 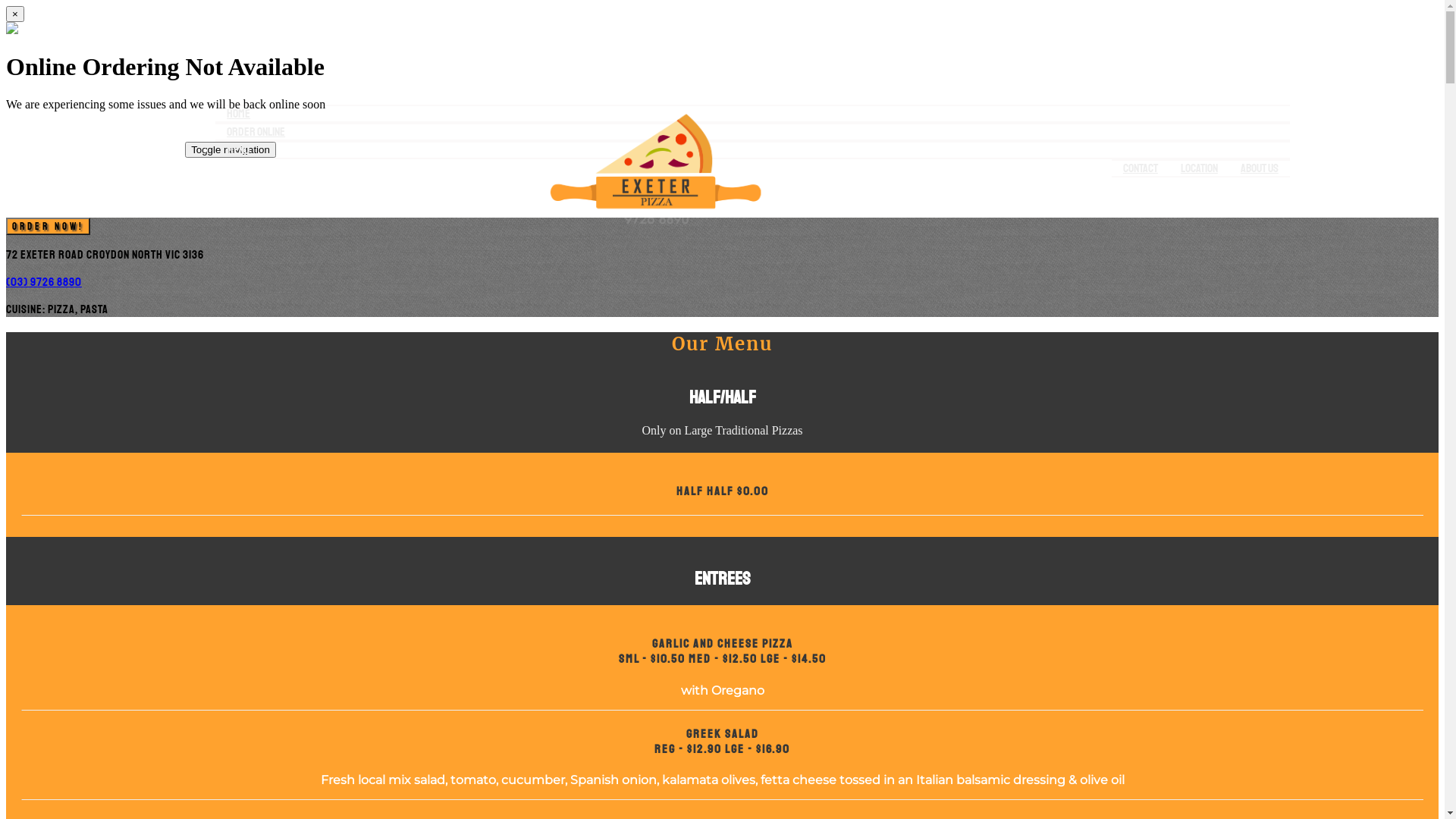 What do you see at coordinates (48, 225) in the screenshot?
I see `'Order Now!'` at bounding box center [48, 225].